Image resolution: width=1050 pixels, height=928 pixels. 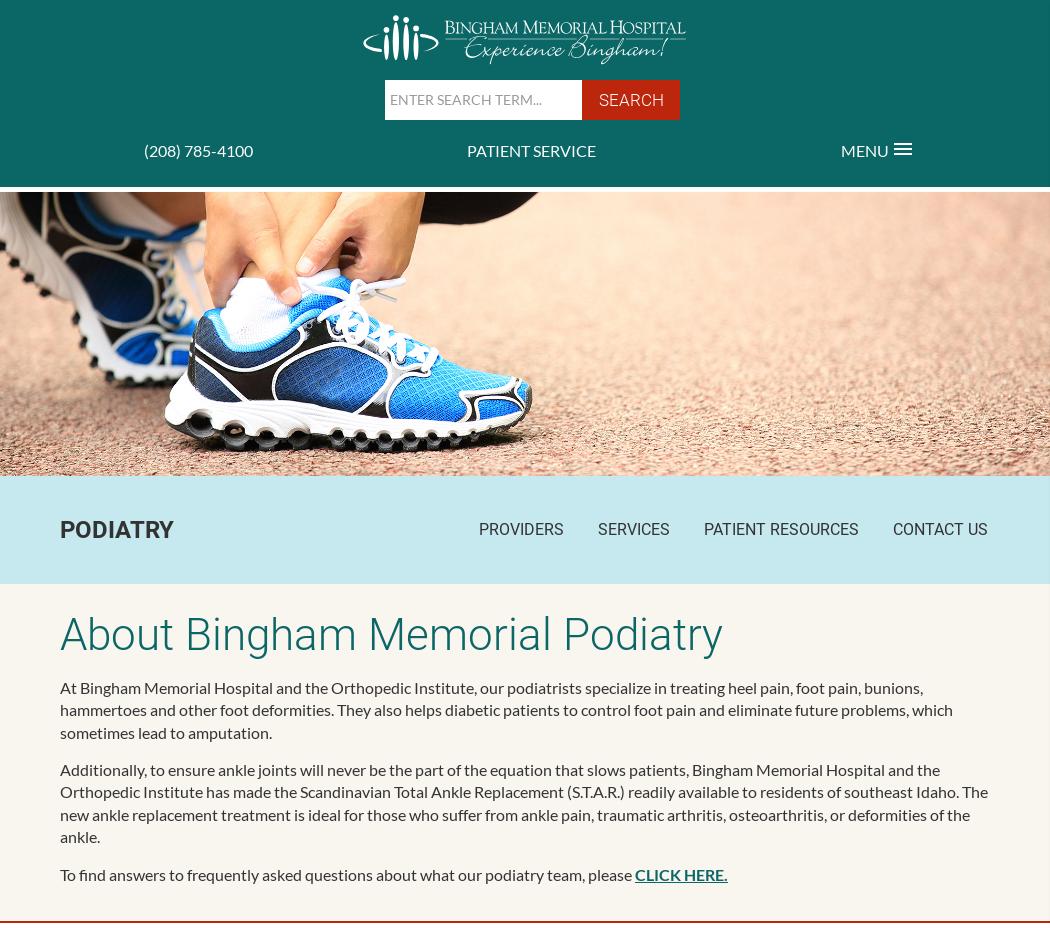 What do you see at coordinates (704, 527) in the screenshot?
I see `'Patient Resources'` at bounding box center [704, 527].